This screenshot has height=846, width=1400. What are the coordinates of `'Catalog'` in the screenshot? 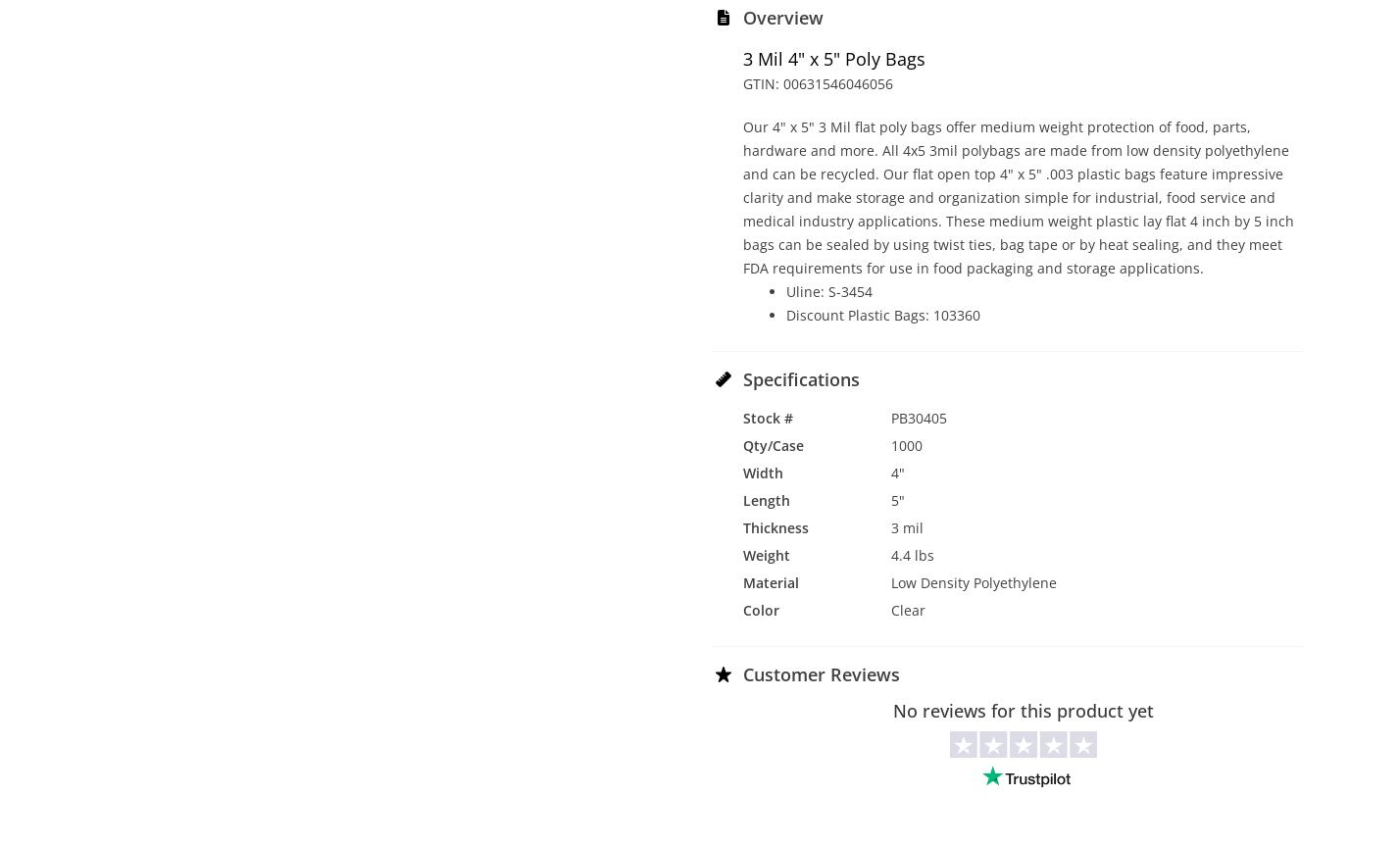 It's located at (1127, 818).